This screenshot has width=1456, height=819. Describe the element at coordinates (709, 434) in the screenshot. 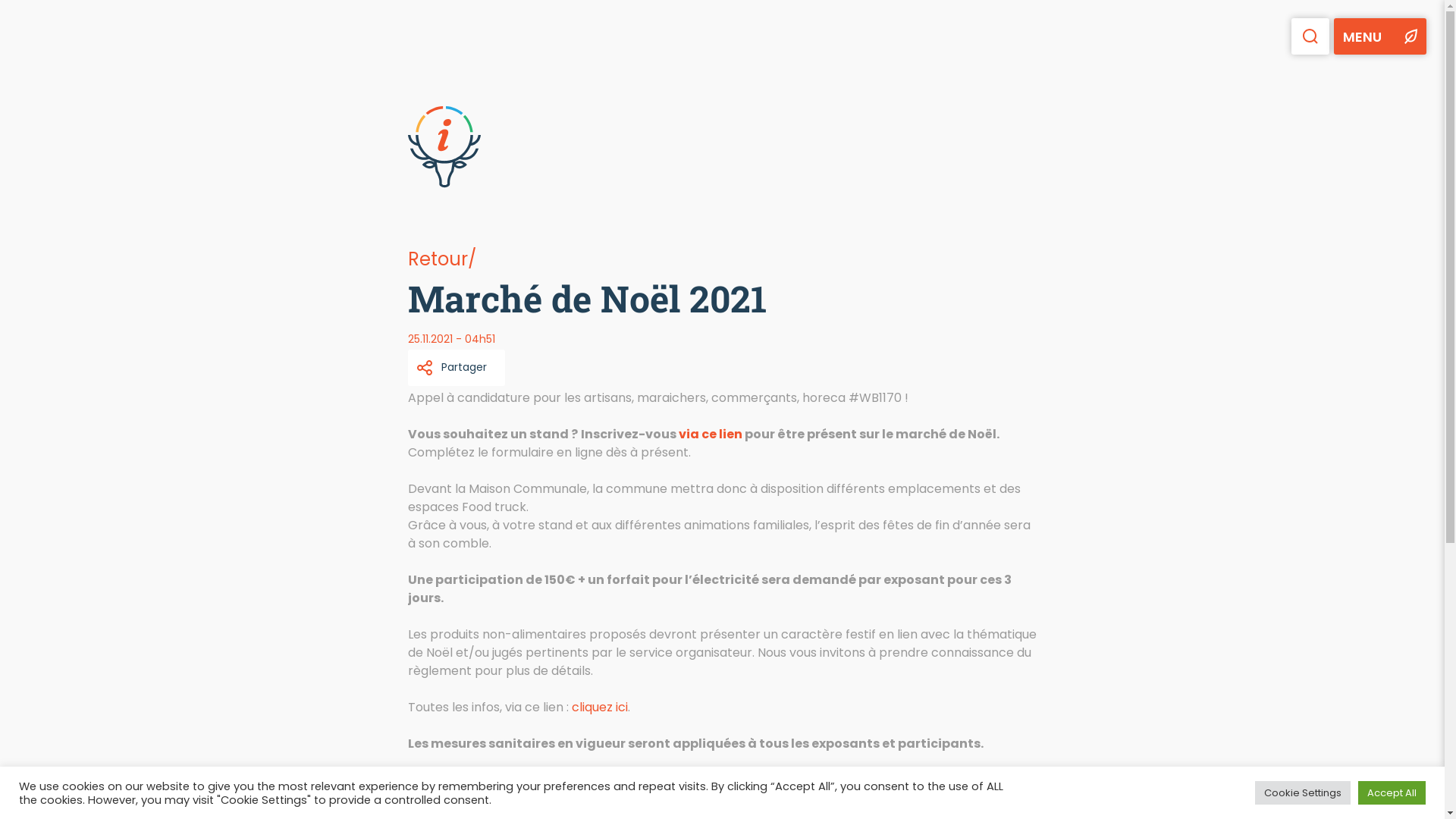

I see `'via ce lien'` at that location.